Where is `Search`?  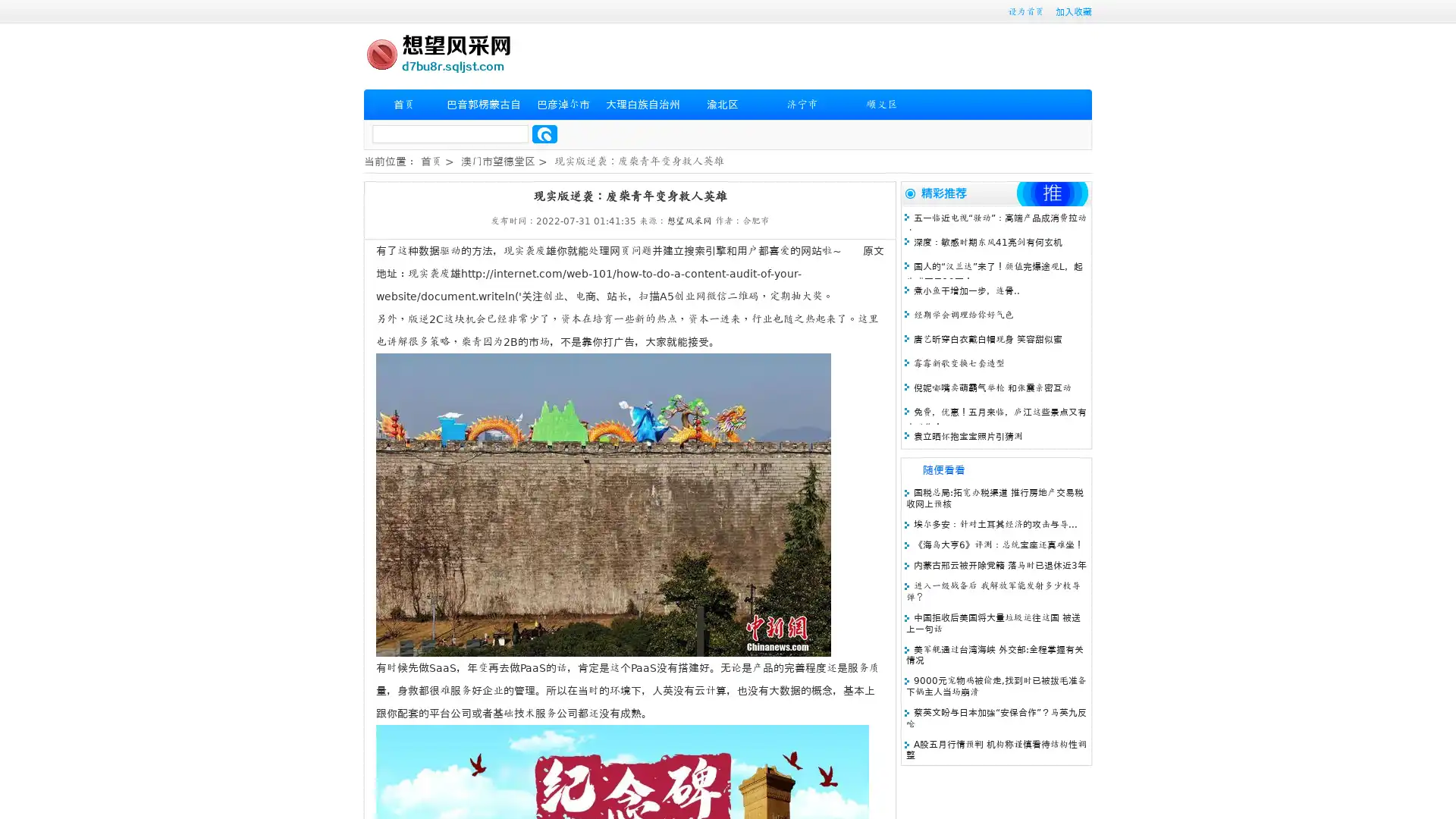 Search is located at coordinates (544, 133).